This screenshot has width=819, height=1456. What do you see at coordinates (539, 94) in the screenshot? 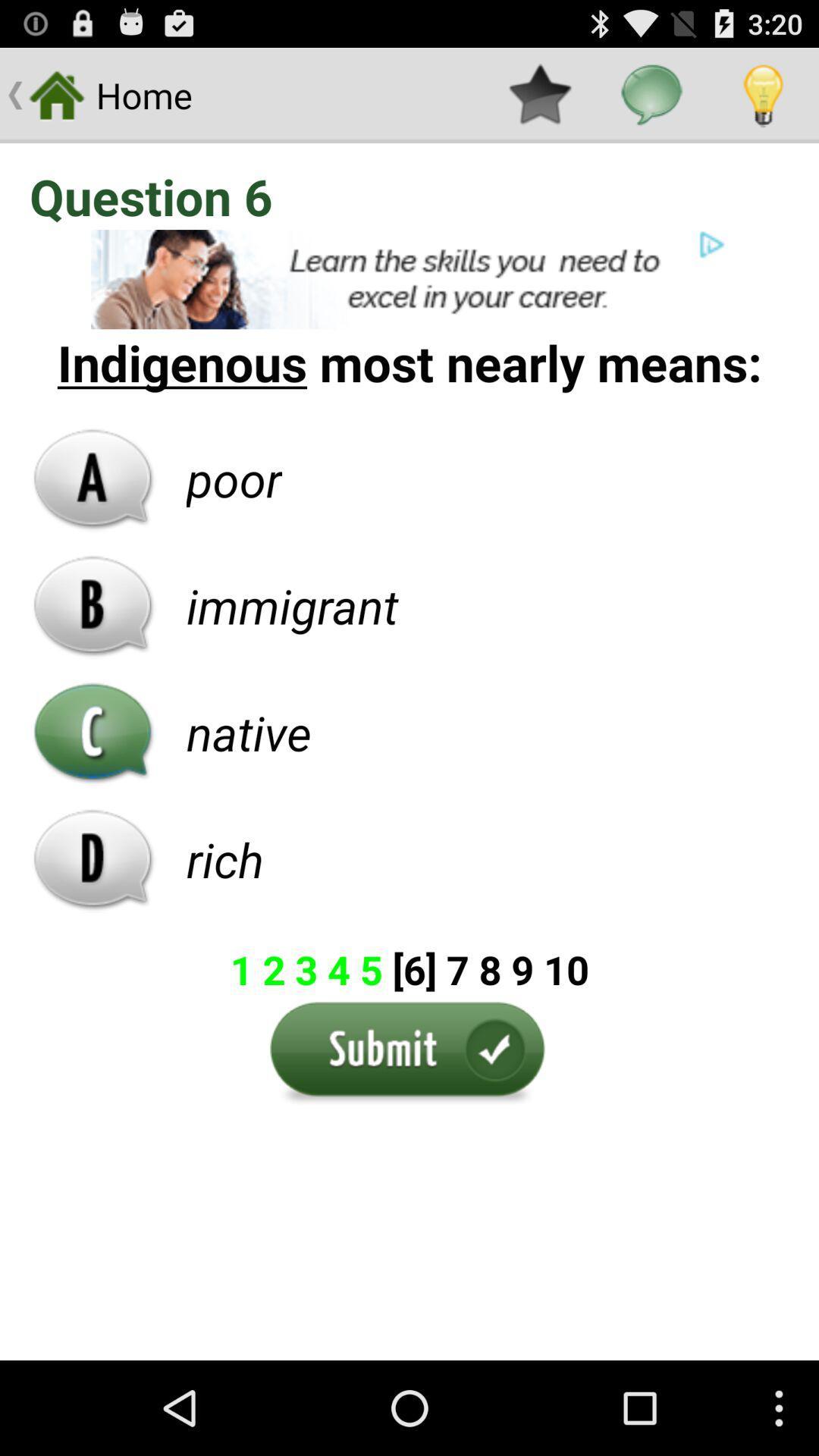
I see `icon on the right side of home` at bounding box center [539, 94].